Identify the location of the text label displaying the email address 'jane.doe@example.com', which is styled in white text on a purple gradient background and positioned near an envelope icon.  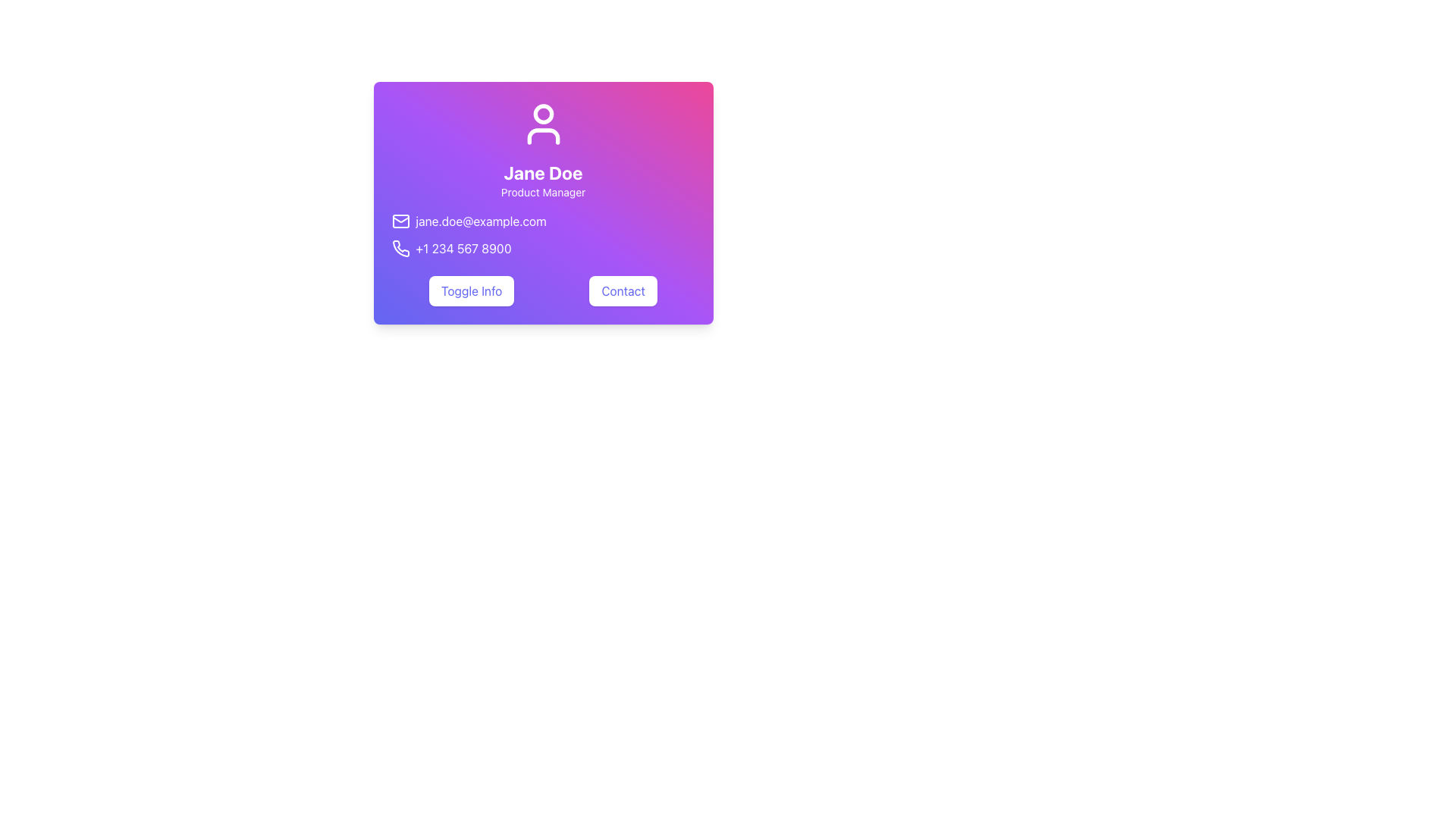
(480, 221).